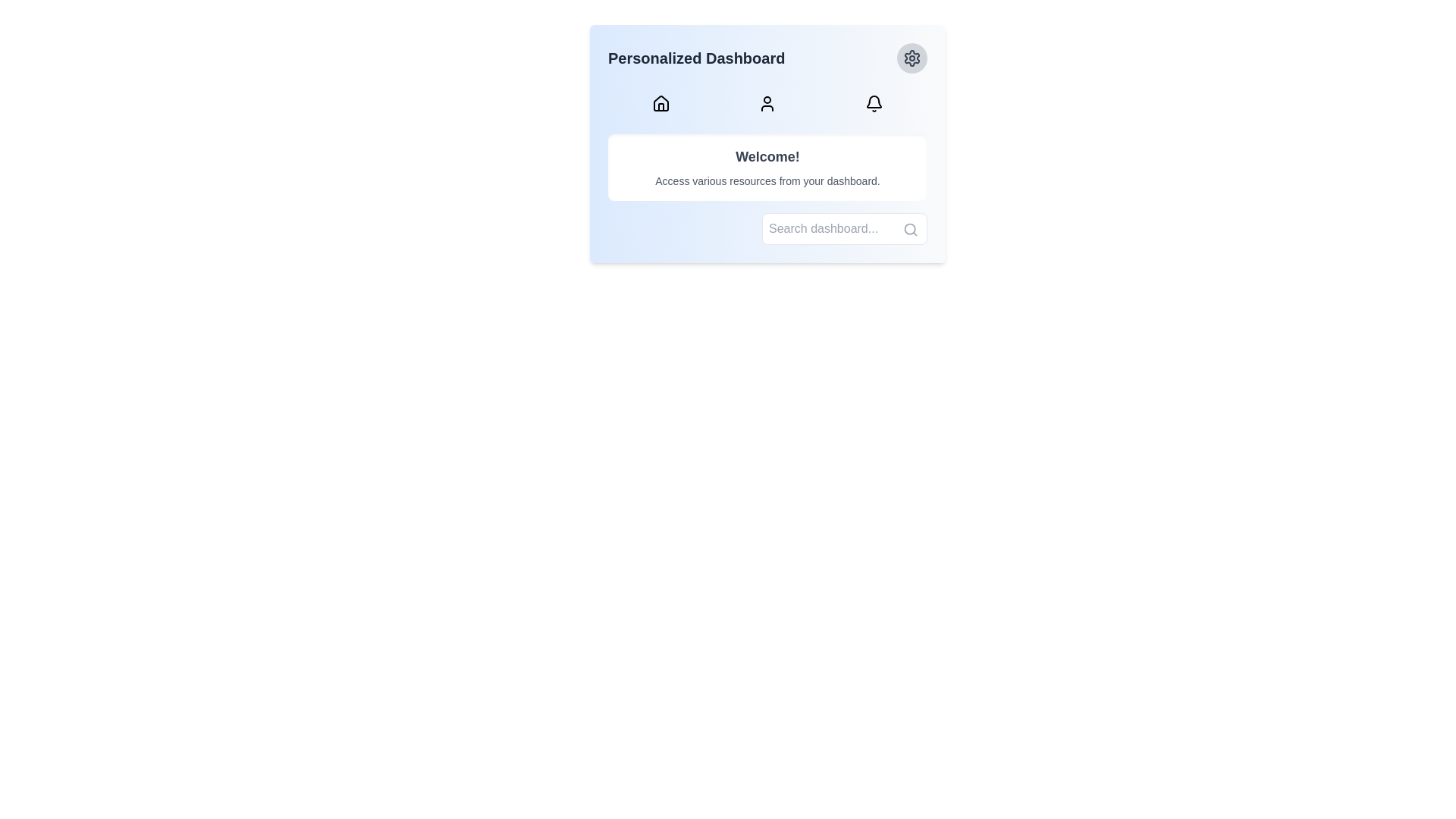  What do you see at coordinates (910, 229) in the screenshot?
I see `the circular decorative component representing the magnifying glass lens in the bottom-right corner of the search field` at bounding box center [910, 229].